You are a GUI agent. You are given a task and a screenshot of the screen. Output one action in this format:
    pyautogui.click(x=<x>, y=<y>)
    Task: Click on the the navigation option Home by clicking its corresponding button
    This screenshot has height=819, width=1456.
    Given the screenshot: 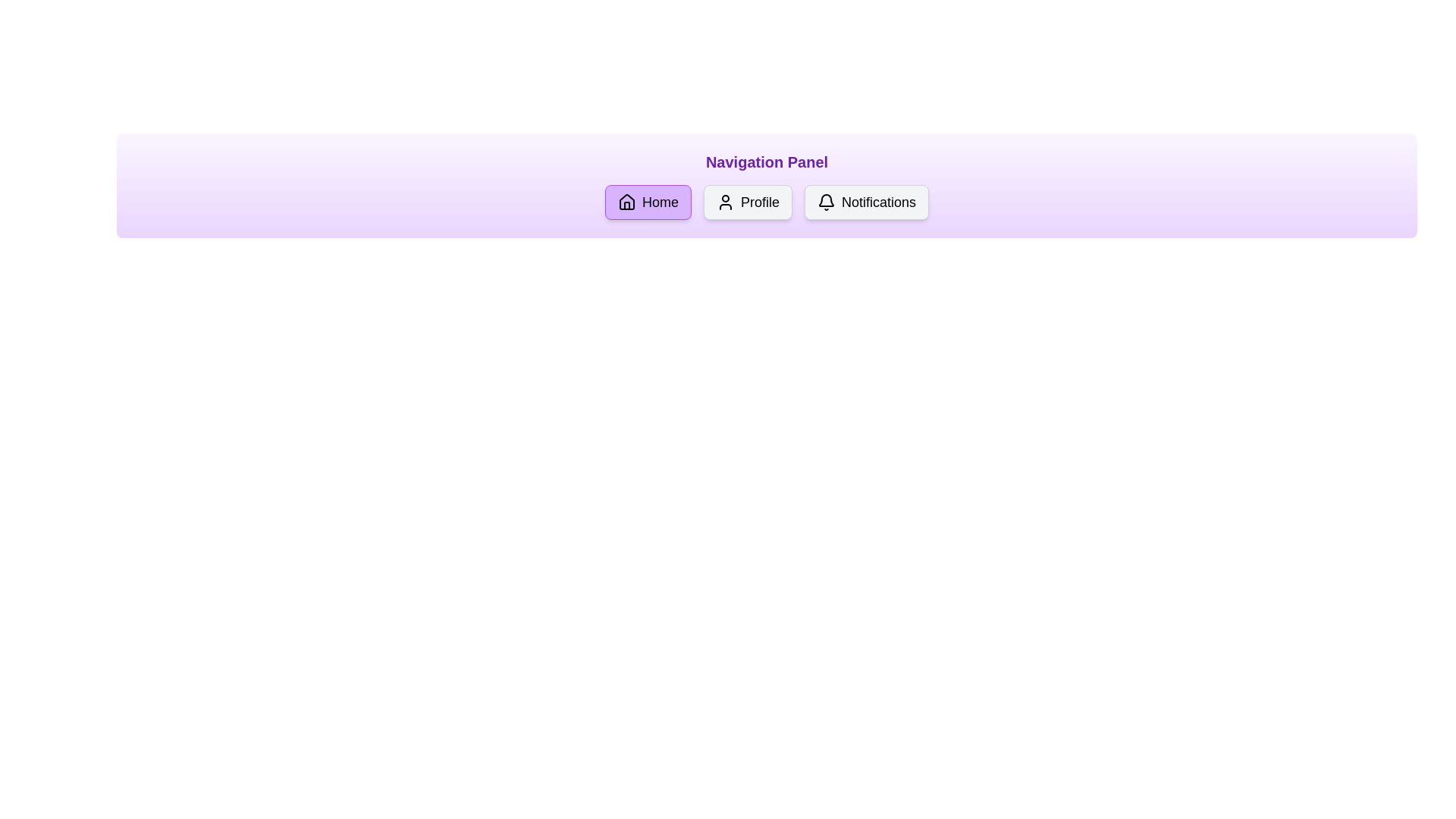 What is the action you would take?
    pyautogui.click(x=648, y=201)
    